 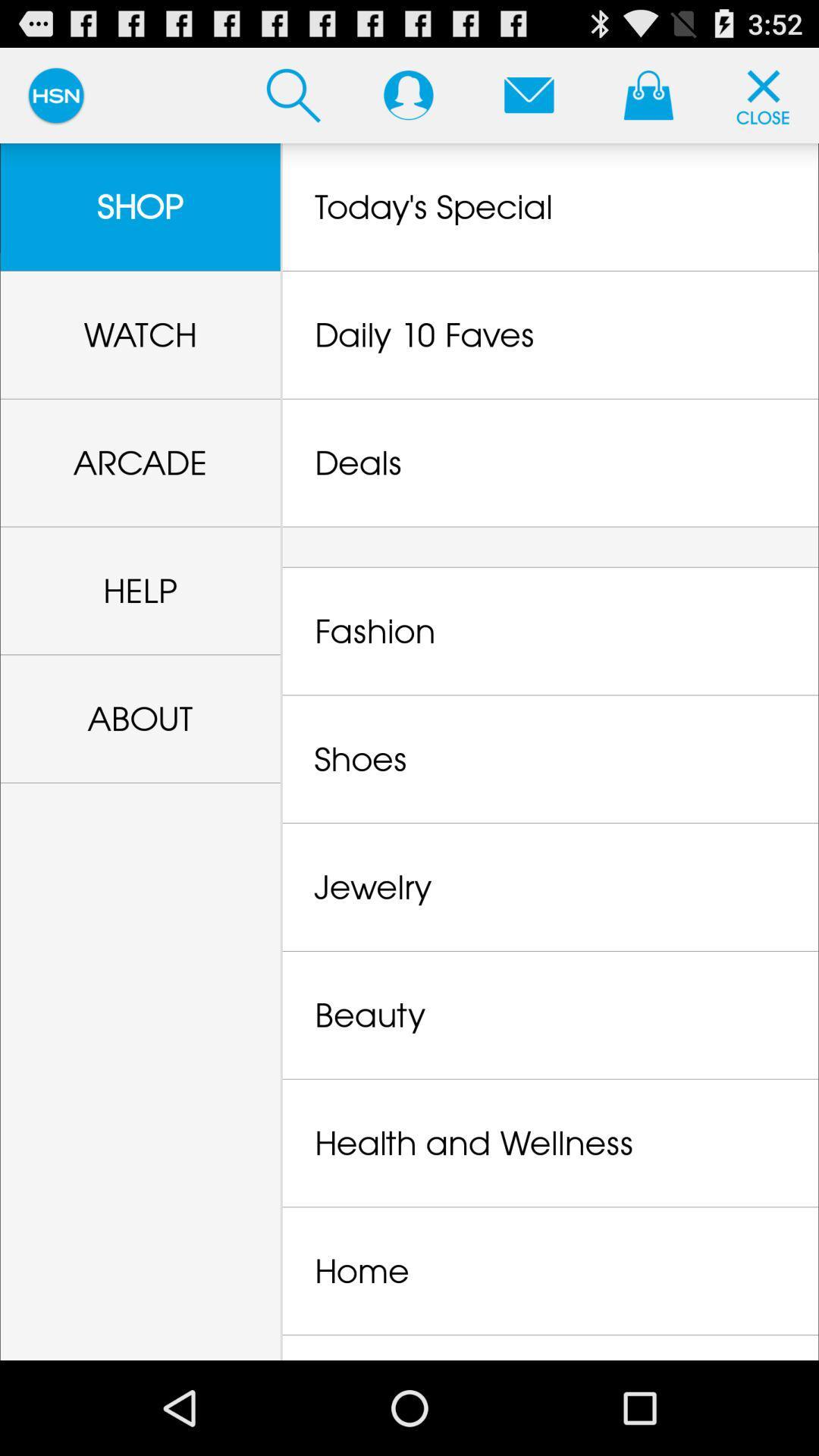 I want to click on the message icon at top of the page, so click(x=529, y=94).